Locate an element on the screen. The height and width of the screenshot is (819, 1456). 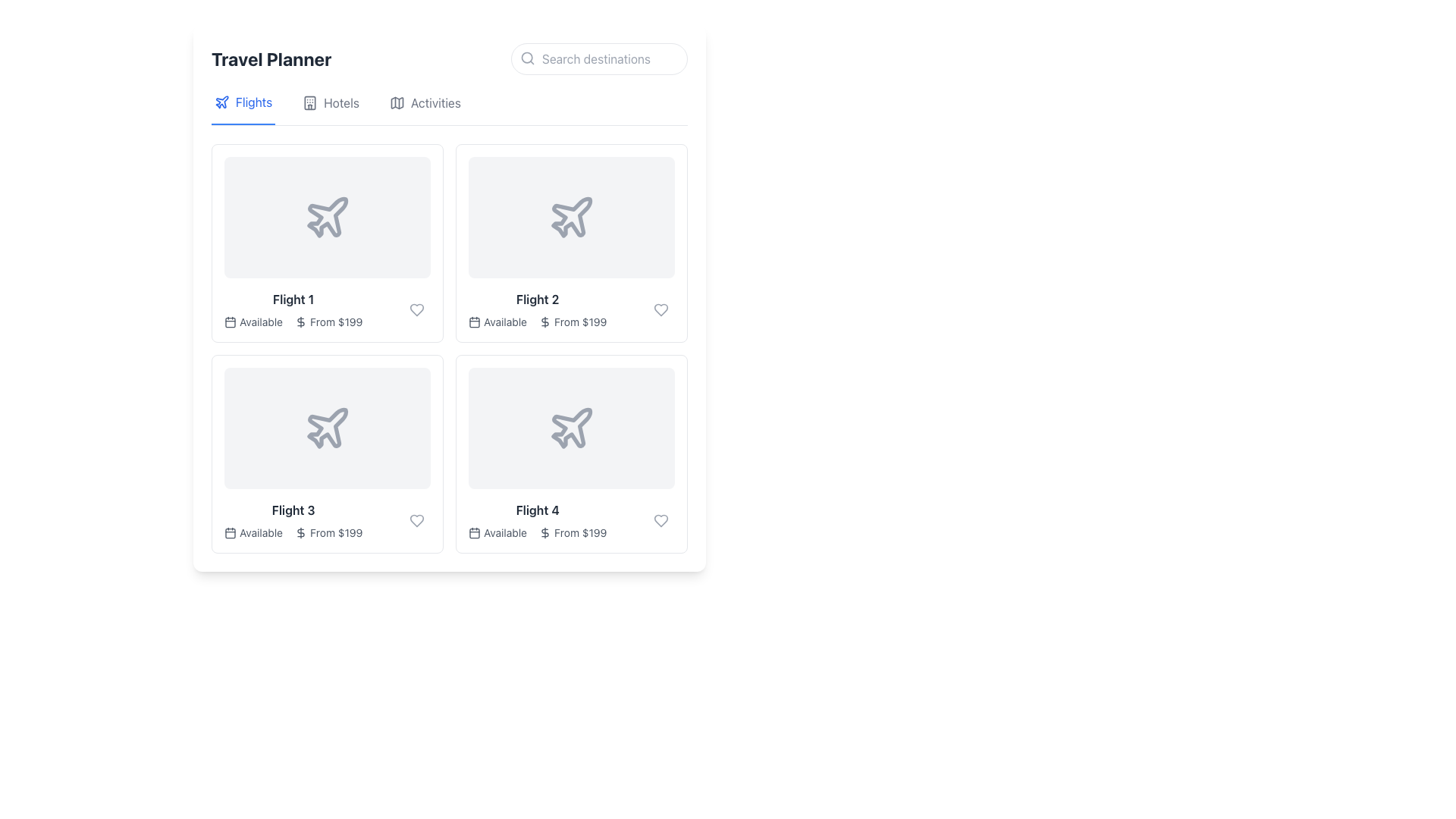
the heart-shaped icon button in the bottom-right corner of the fourth flight card is located at coordinates (661, 519).